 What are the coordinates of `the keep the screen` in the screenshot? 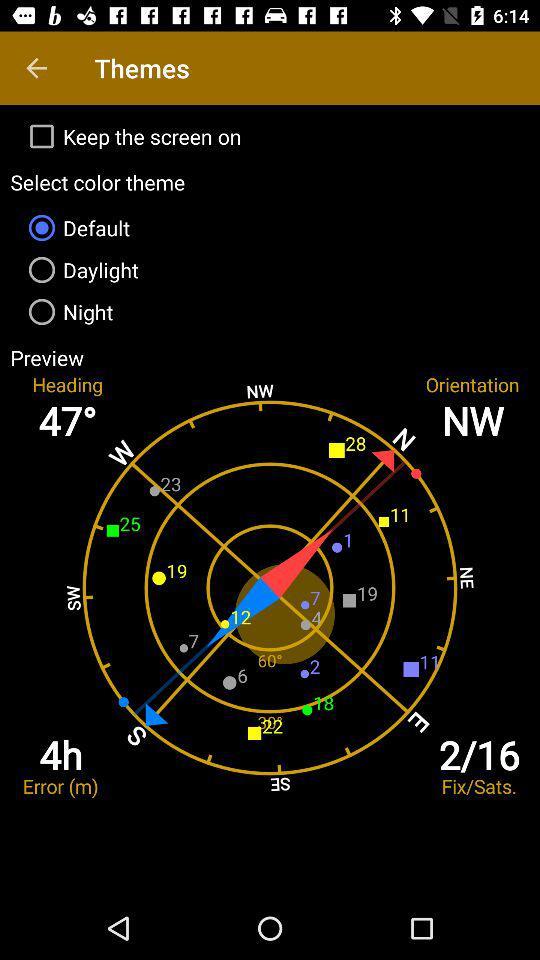 It's located at (270, 135).